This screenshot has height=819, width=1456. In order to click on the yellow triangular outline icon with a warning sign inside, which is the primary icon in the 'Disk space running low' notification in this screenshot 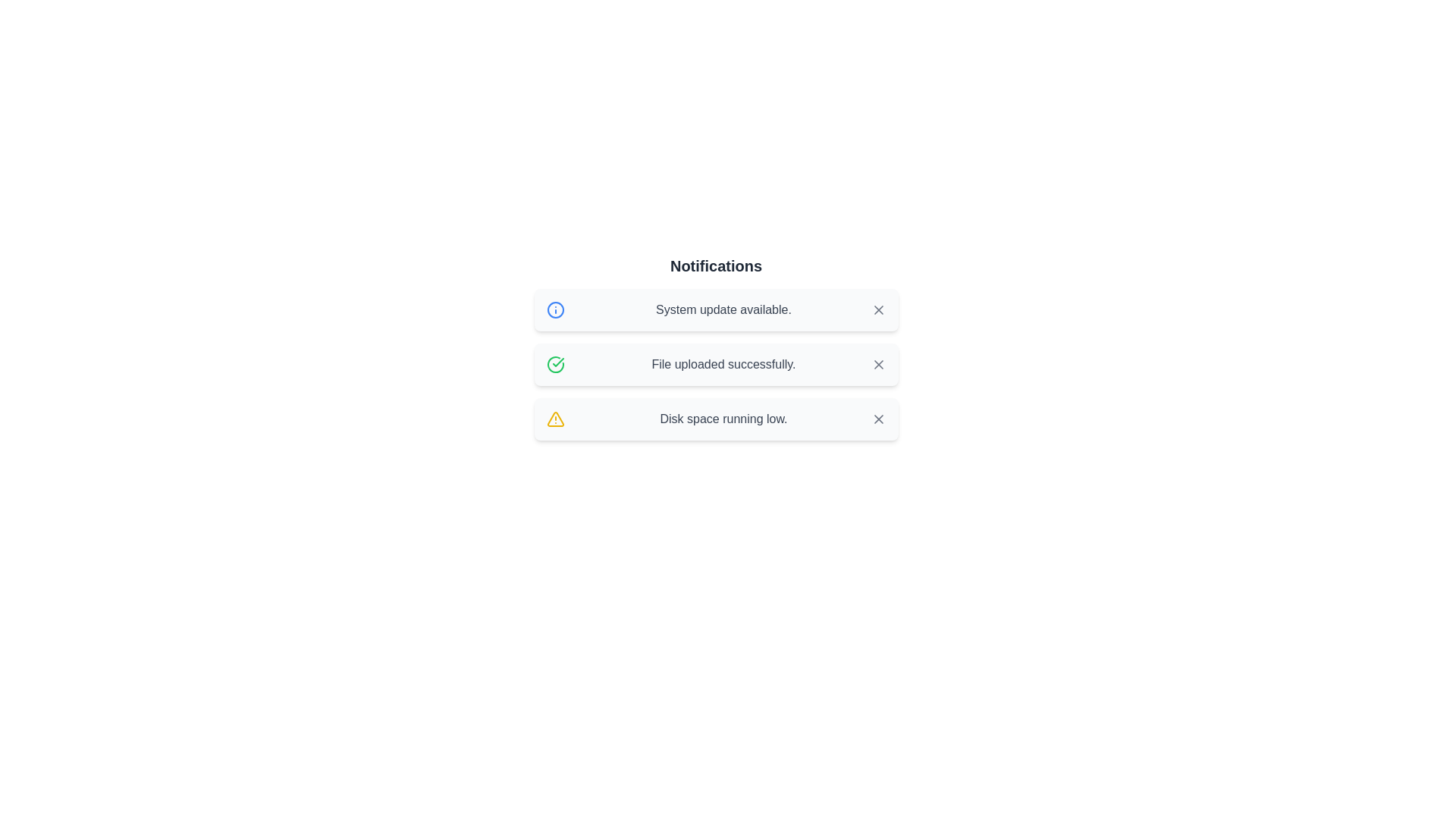, I will do `click(554, 419)`.